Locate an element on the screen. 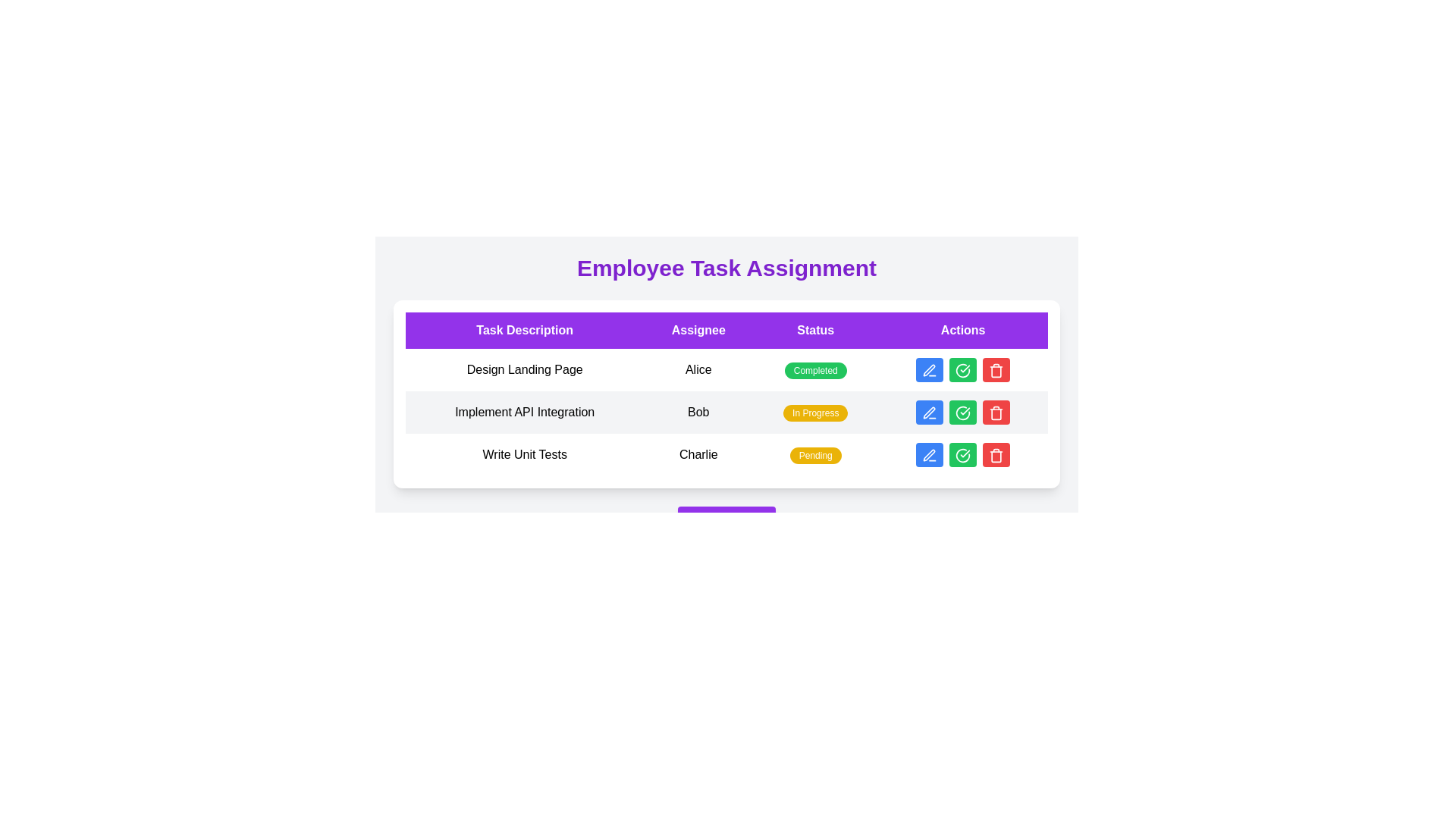  the vibrant purple 'Add Task' button located at the bottom center of the interface is located at coordinates (726, 520).